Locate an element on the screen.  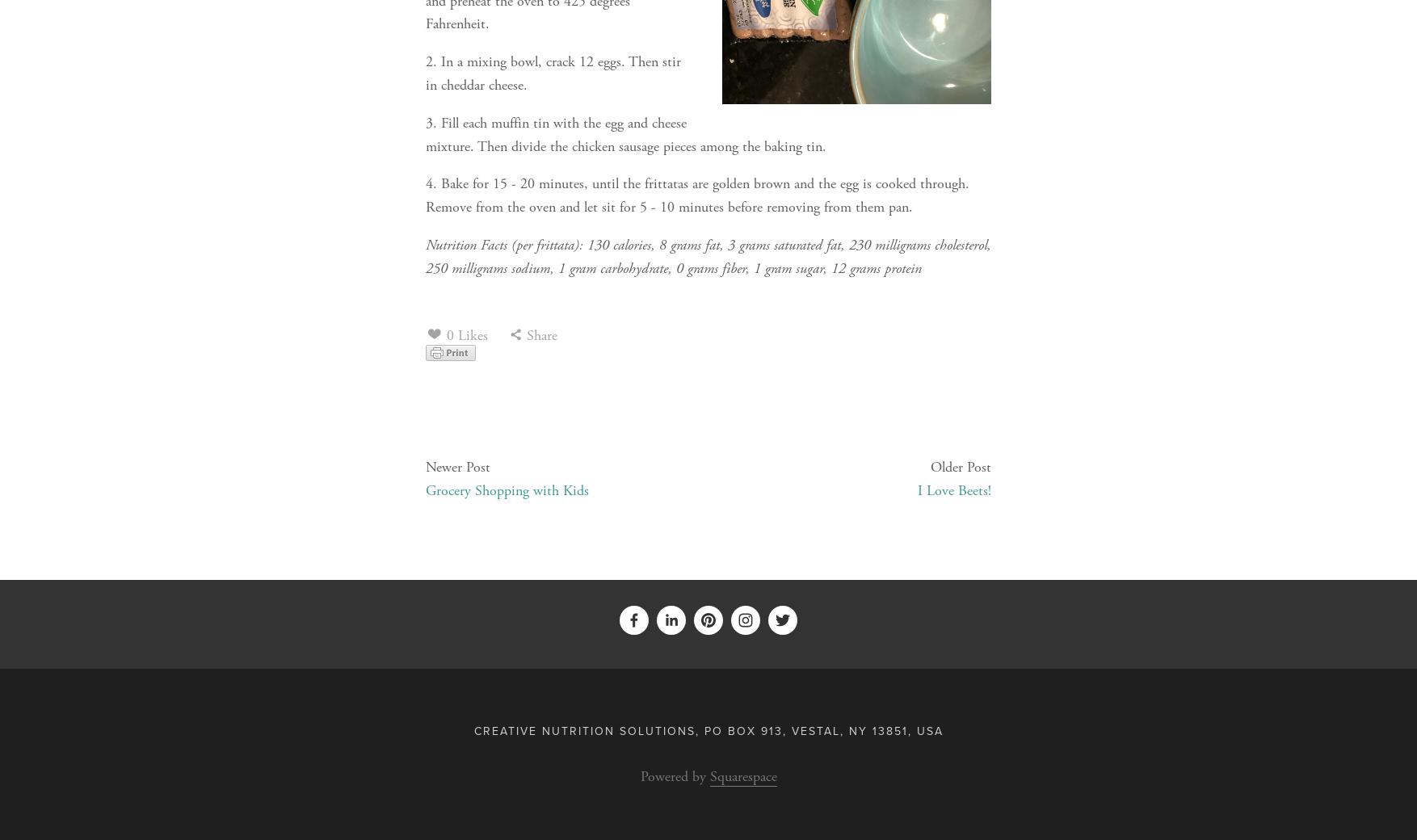
'4. Bake for 15 - 20 minutes, until the frittatas are golden brown and the egg is cooked through. Remove from the oven and let sit for 5 - 10 minutes before removing from them pan.' is located at coordinates (696, 195).